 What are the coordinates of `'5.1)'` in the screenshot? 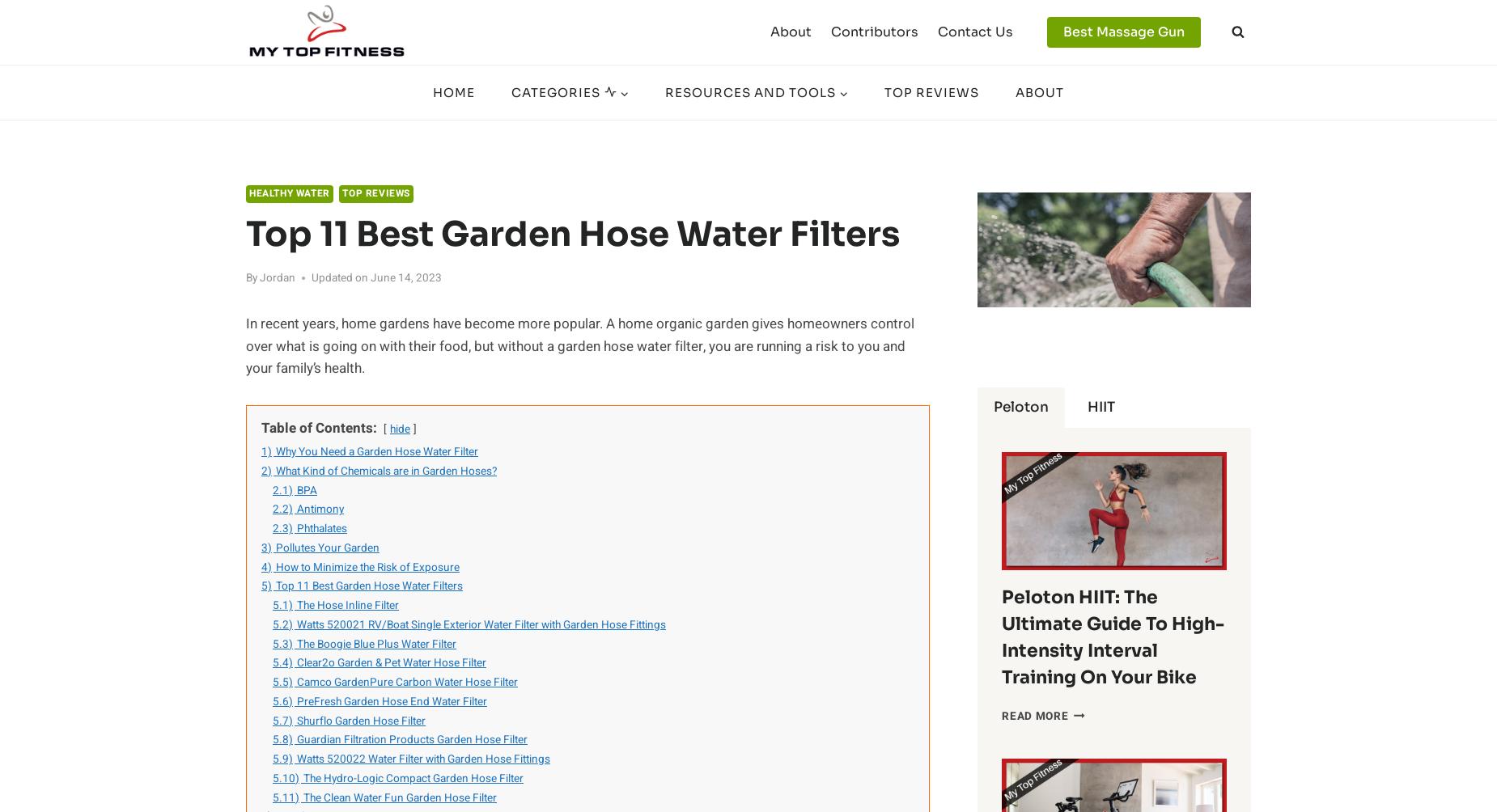 It's located at (272, 604).